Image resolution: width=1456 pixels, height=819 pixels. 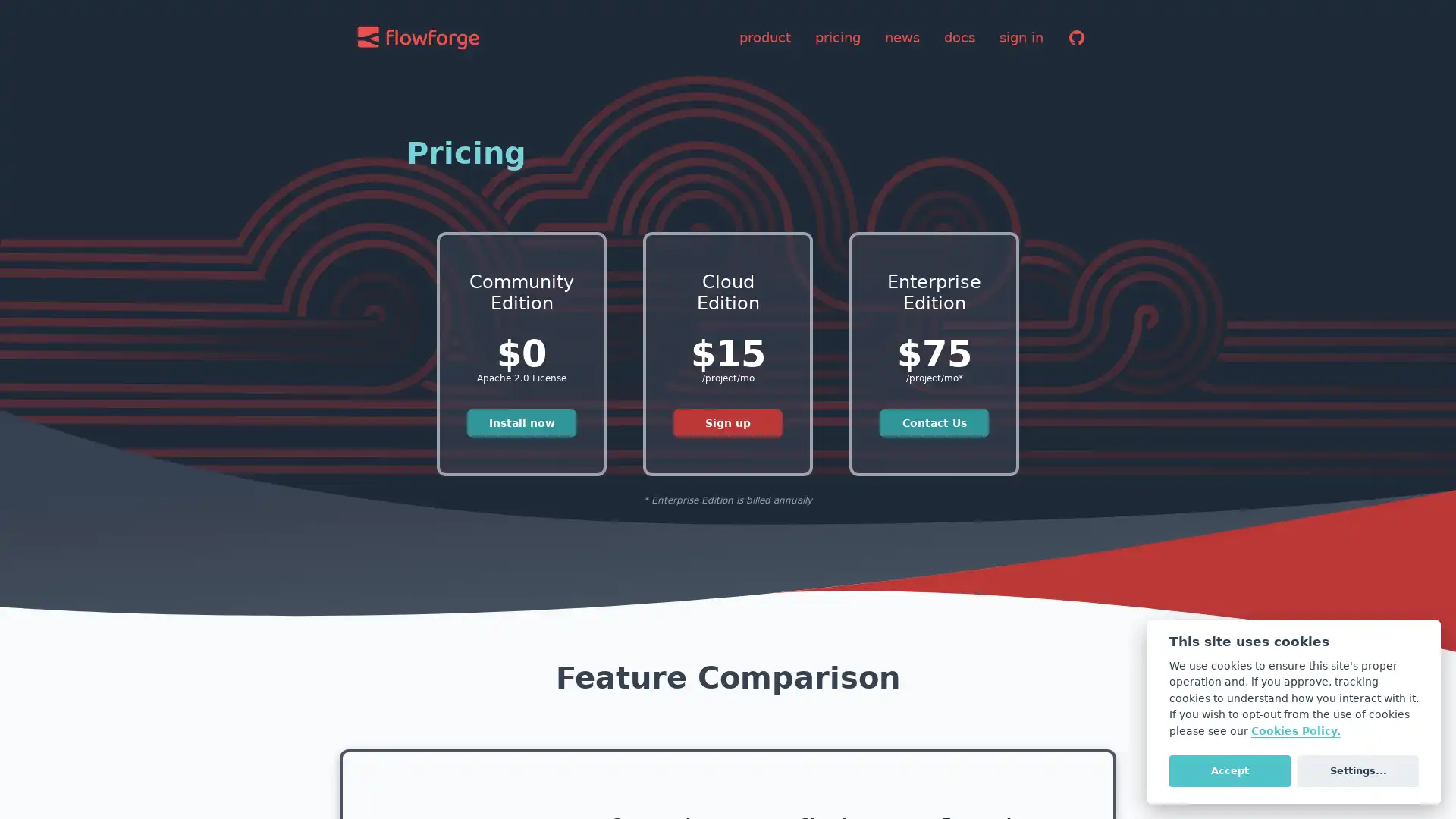 What do you see at coordinates (1229, 770) in the screenshot?
I see `Accept` at bounding box center [1229, 770].